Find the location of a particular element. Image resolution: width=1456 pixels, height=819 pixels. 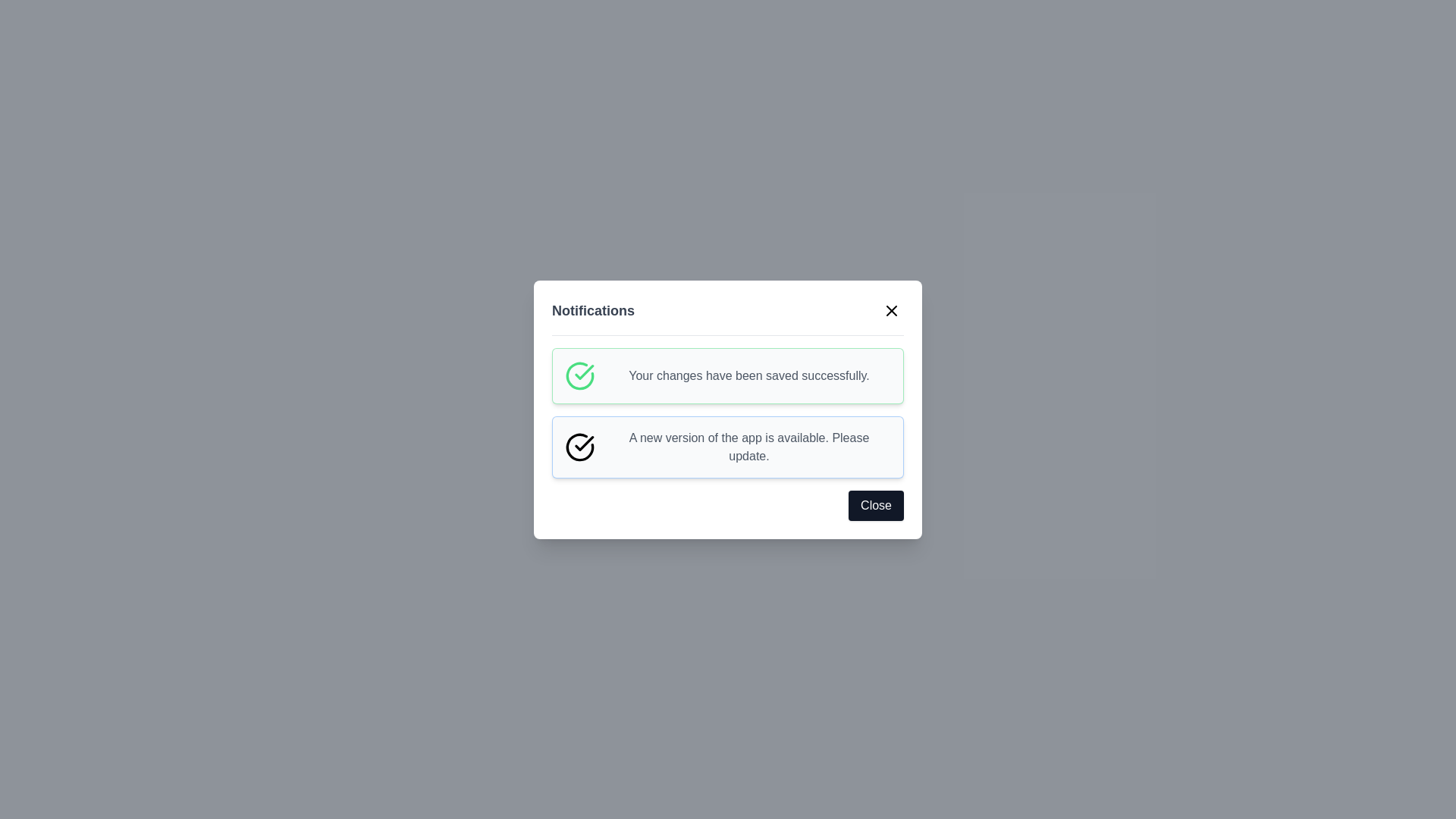

text content of the prominent 'Notifications' label located in the top-left corner of the modal header is located at coordinates (592, 309).